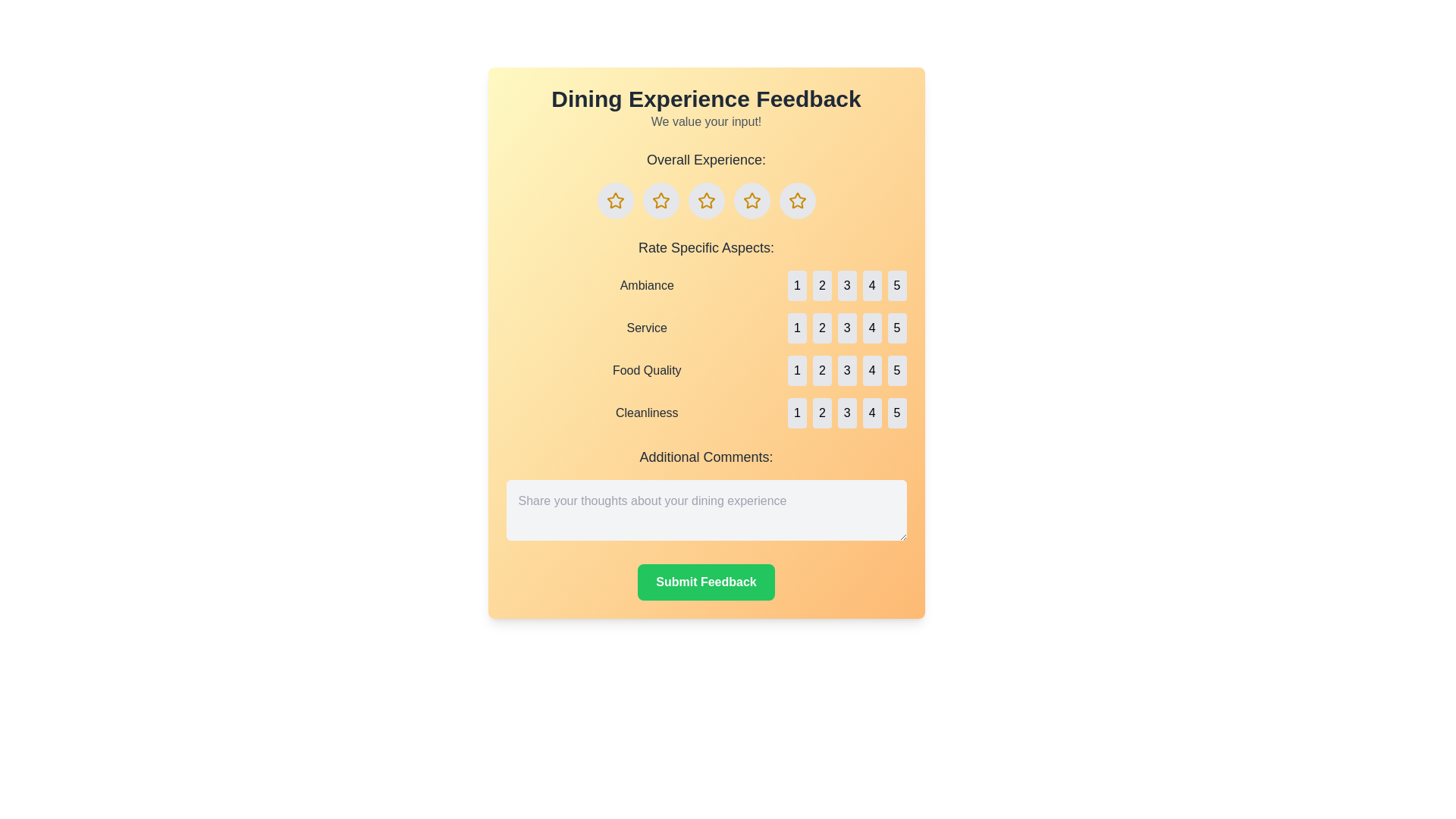 The image size is (1456, 819). I want to click on the fourth button in the 'Food Quality' rating row, so click(872, 371).